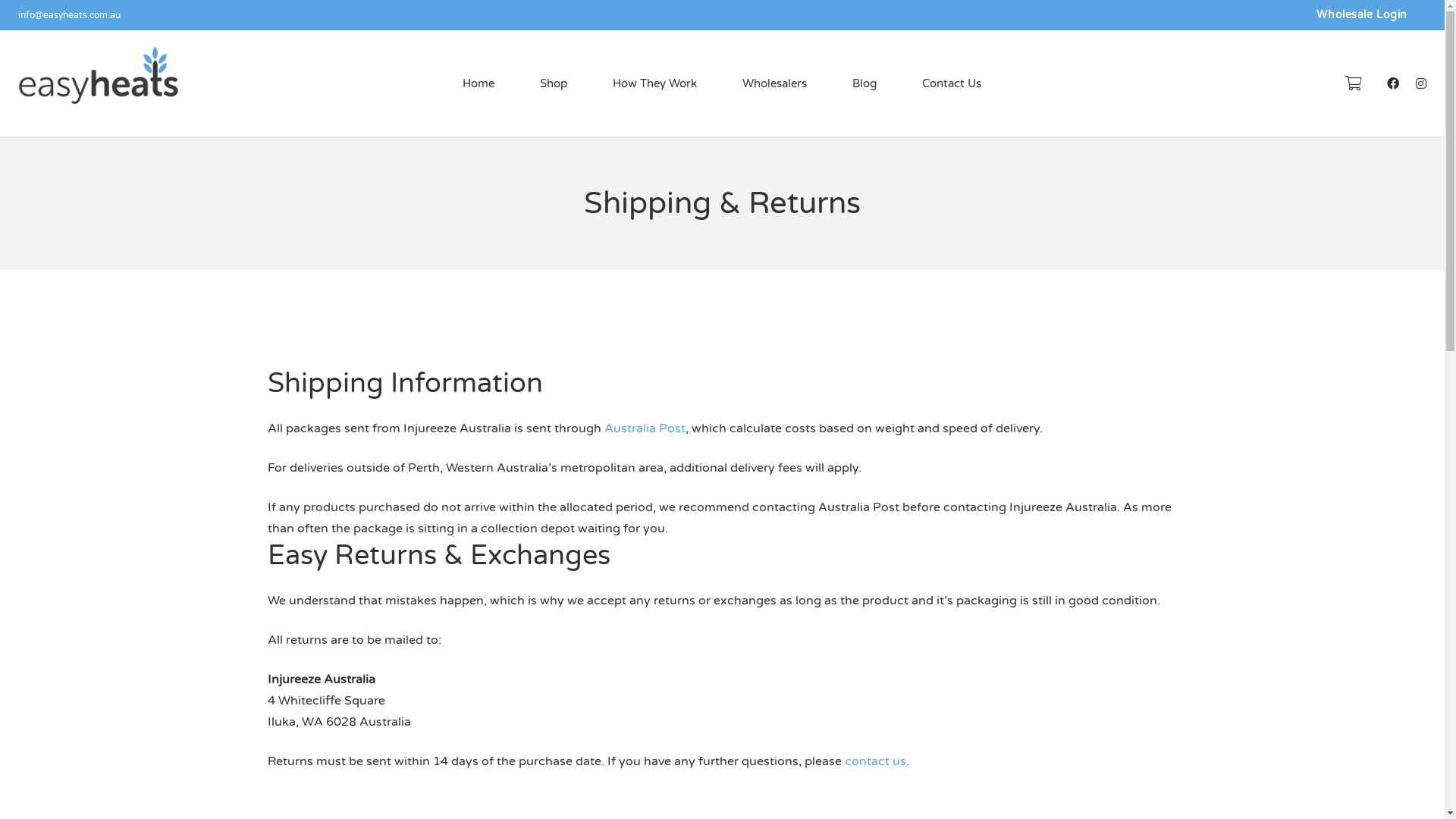 The height and width of the screenshot is (819, 1456). What do you see at coordinates (644, 428) in the screenshot?
I see `'Australia Post'` at bounding box center [644, 428].